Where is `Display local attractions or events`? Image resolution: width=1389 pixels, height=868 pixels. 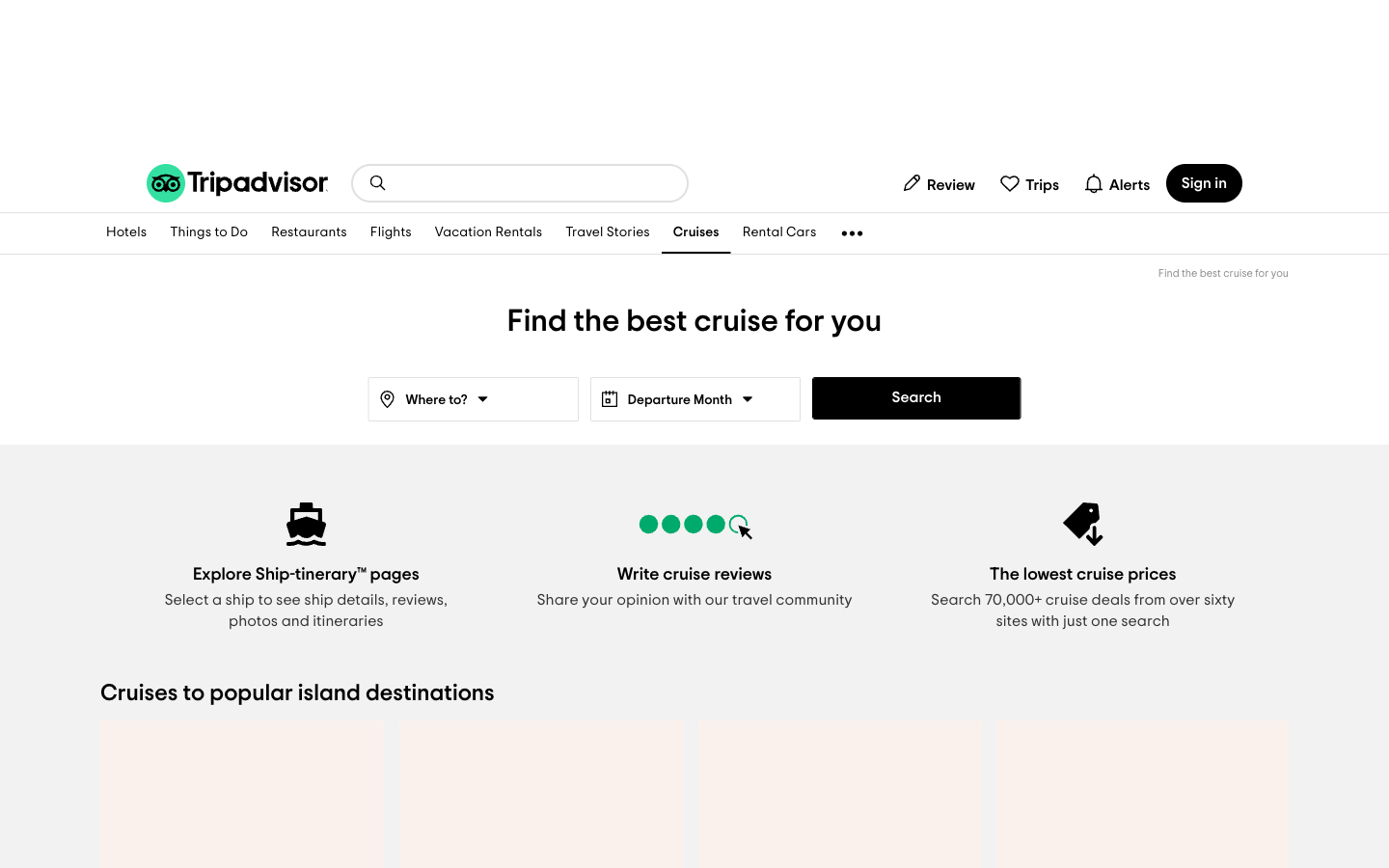 Display local attractions or events is located at coordinates (208, 232).